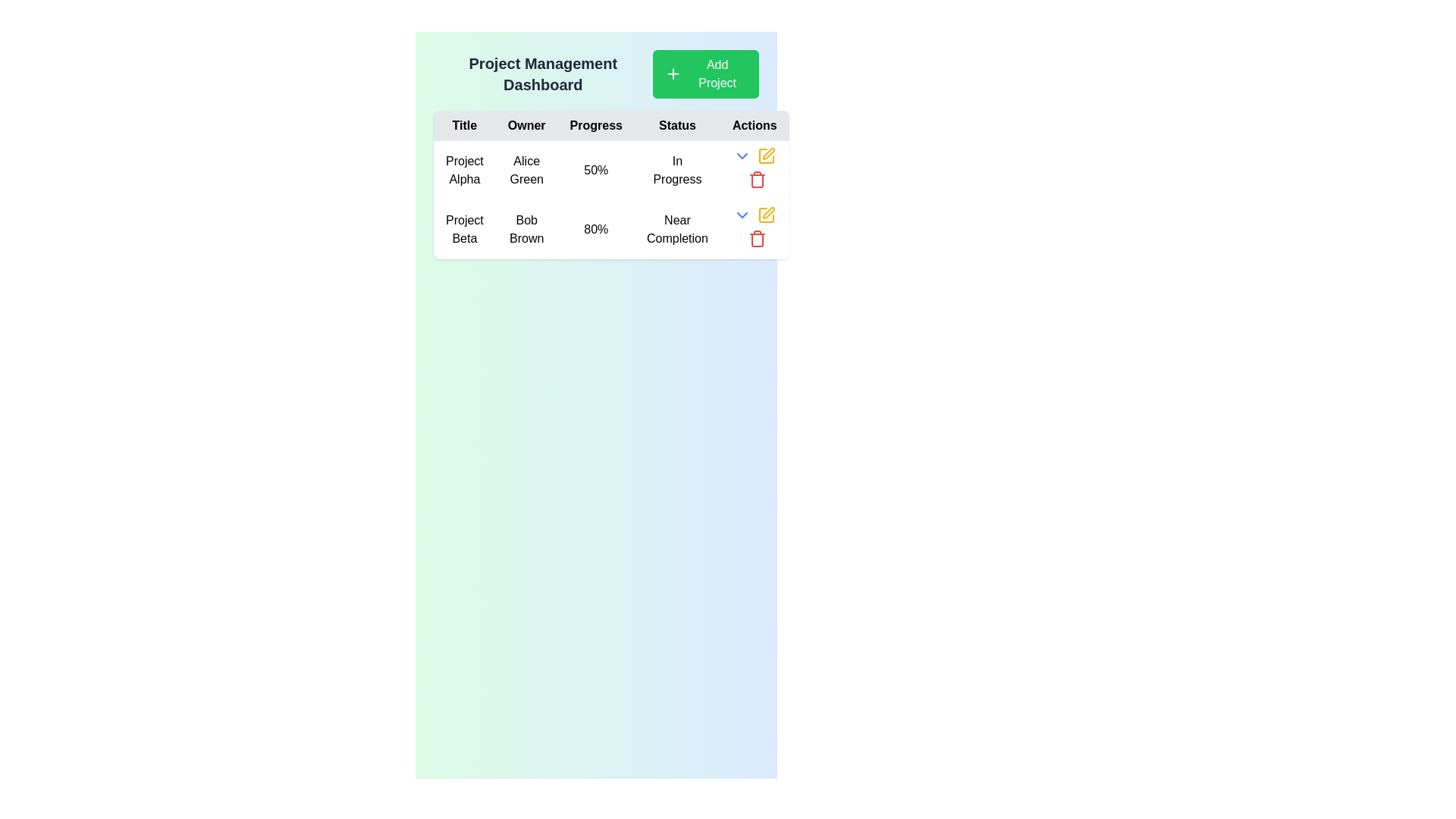 The image size is (1456, 819). I want to click on the trash icon button in the second row of the 'Actions' column of the Project Management Dashboard, so click(758, 178).